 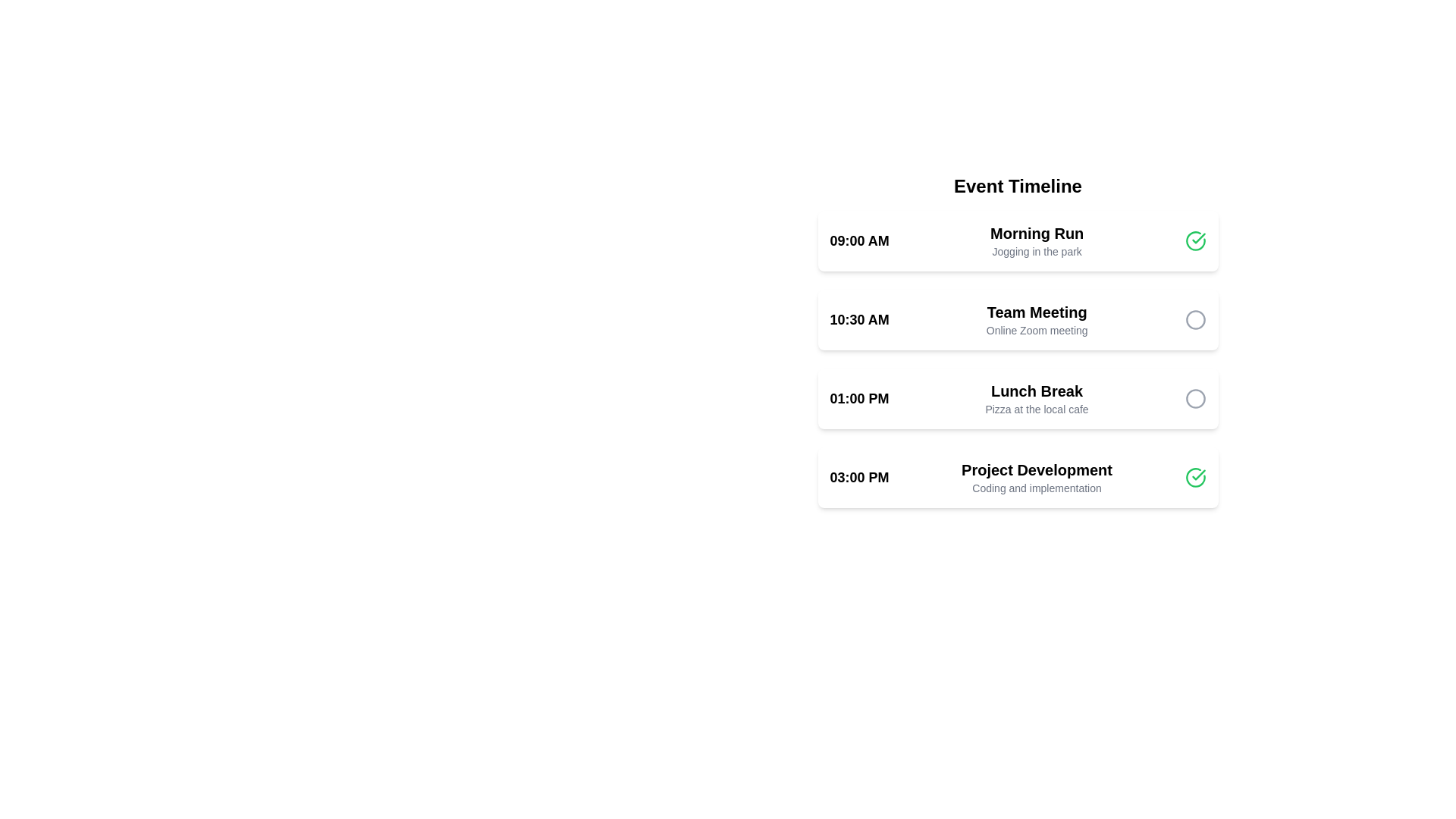 I want to click on the last entry in the 'Event Timeline' list that displays scheduled event details, including time, title, and description, so click(x=1018, y=476).